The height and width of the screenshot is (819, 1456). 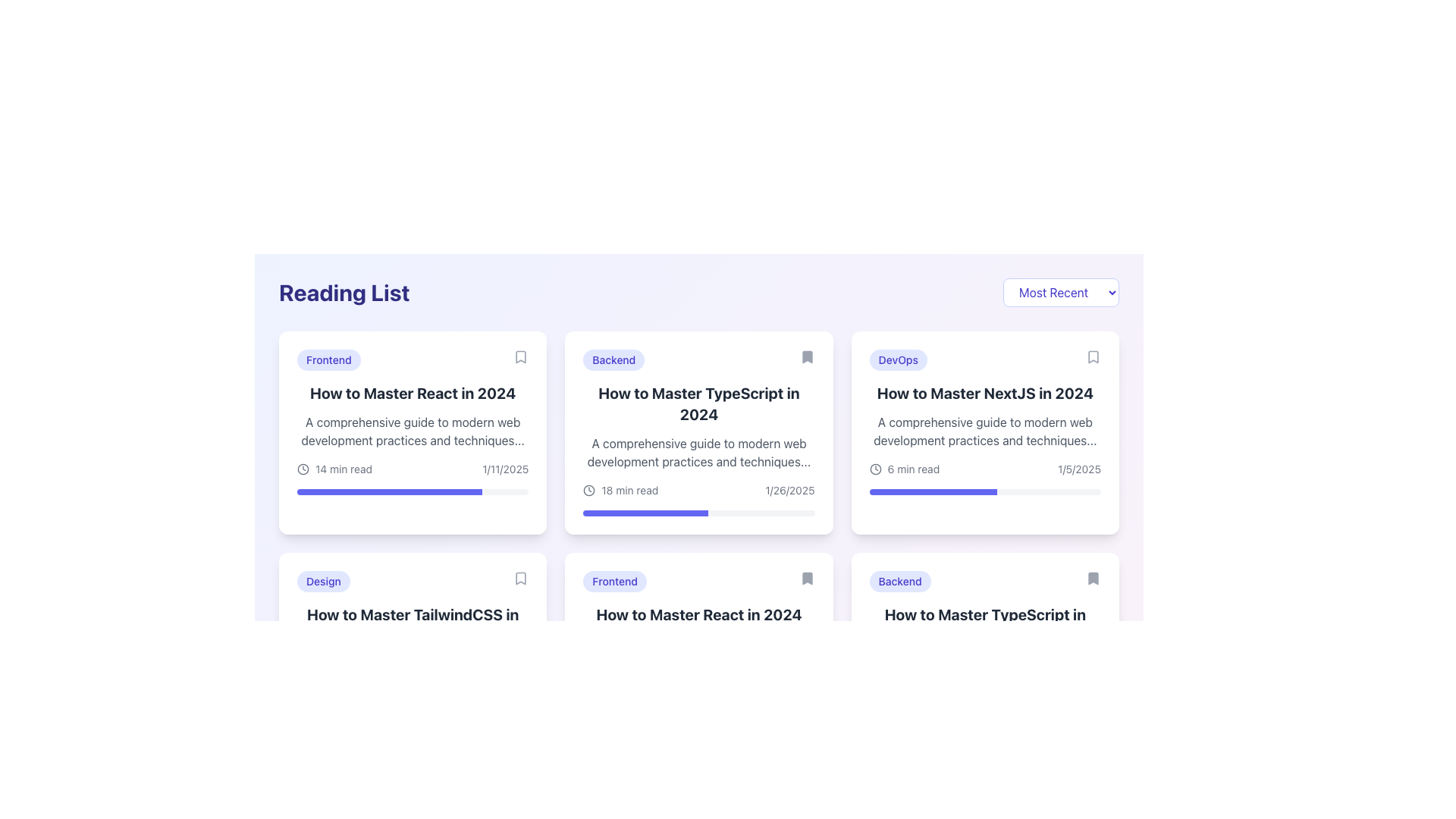 I want to click on the date indicator text label located at the bottom right corner of the card labeled 'How to Master NextJS in 2024' to associate the date with the content, so click(x=1078, y=468).